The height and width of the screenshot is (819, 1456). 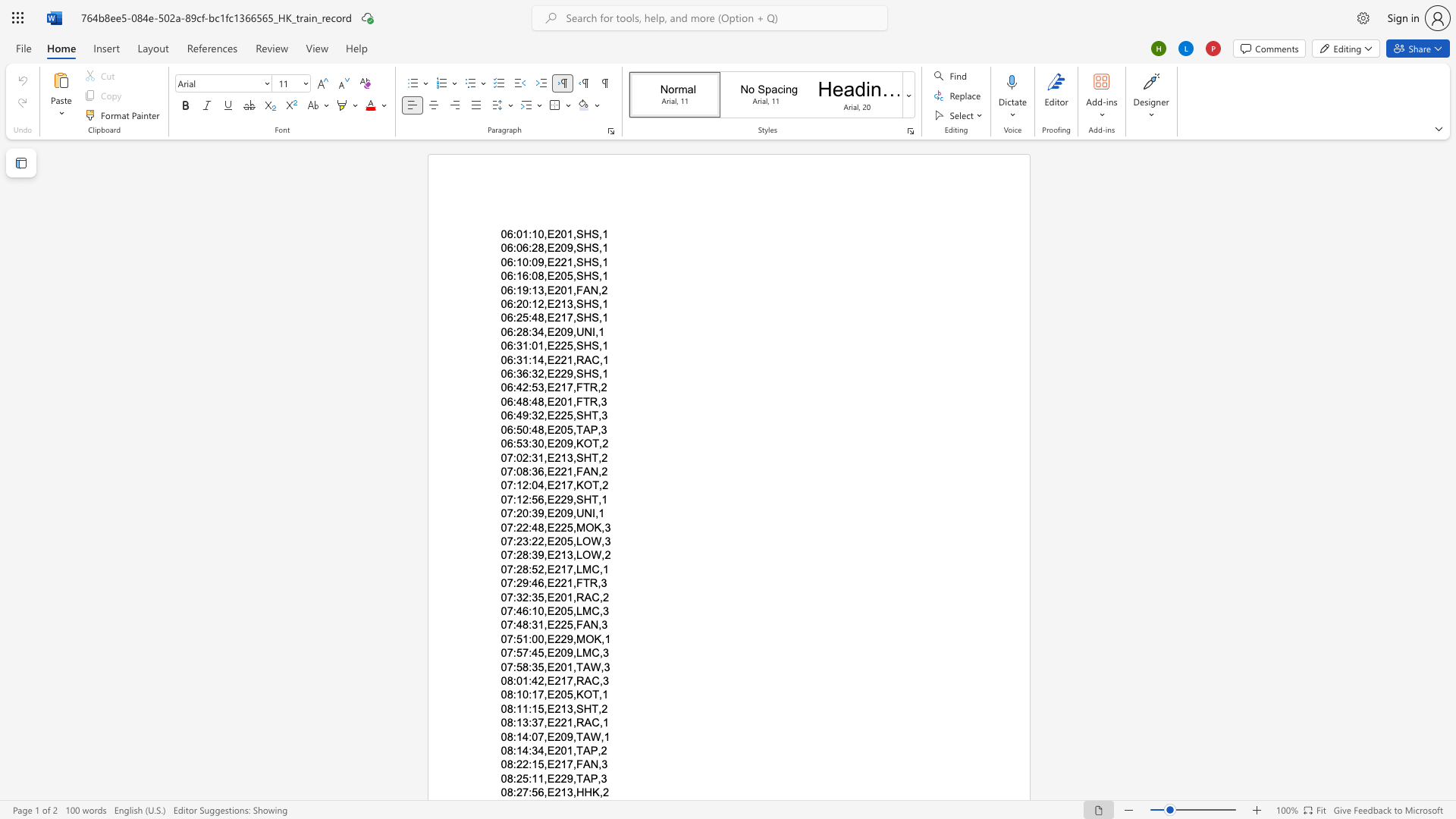 I want to click on the subset text ":2" within the text "07:23:22,E205,LOW,3", so click(x=513, y=540).